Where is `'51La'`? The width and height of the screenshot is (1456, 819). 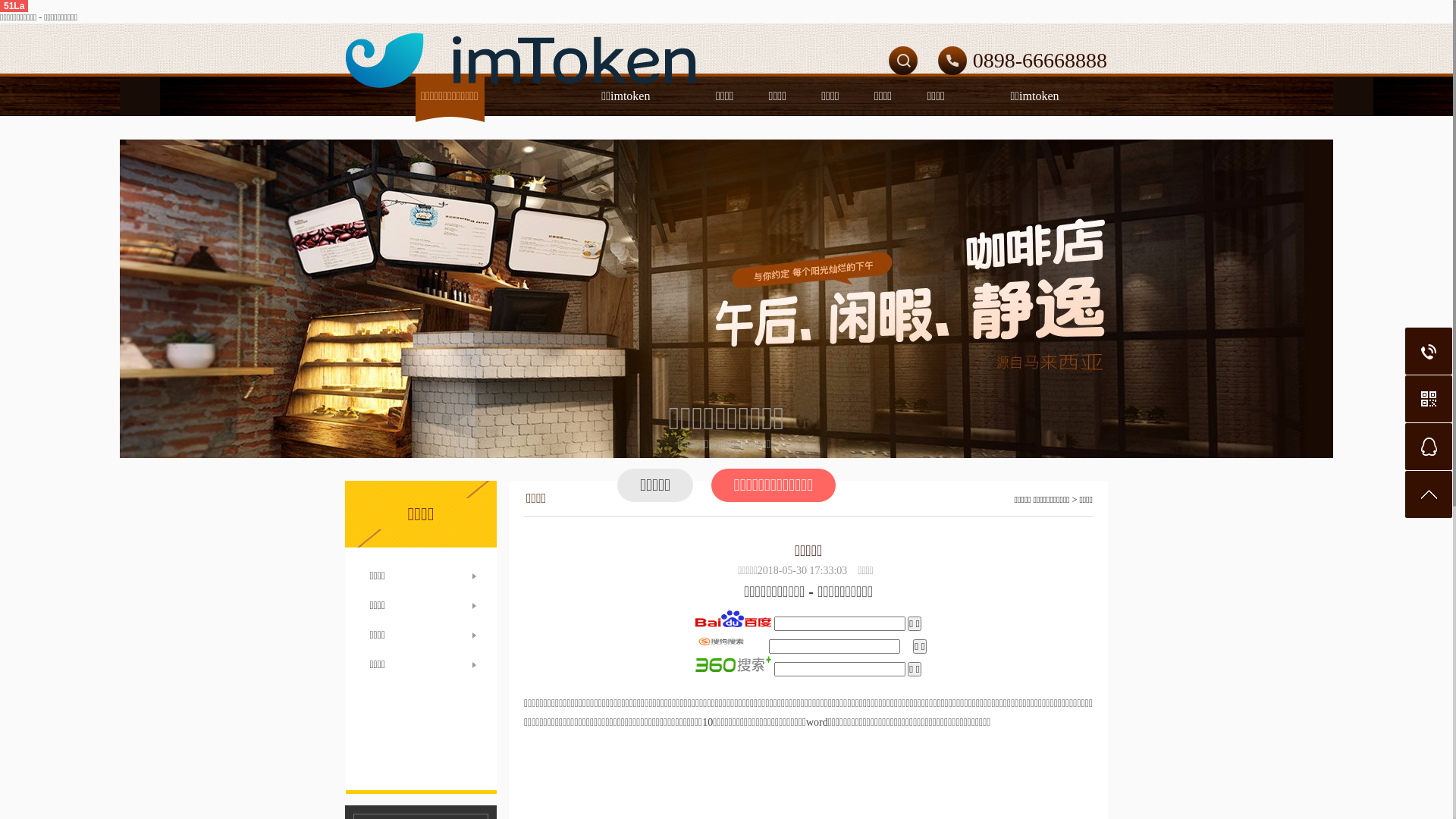 '51La' is located at coordinates (14, 5).